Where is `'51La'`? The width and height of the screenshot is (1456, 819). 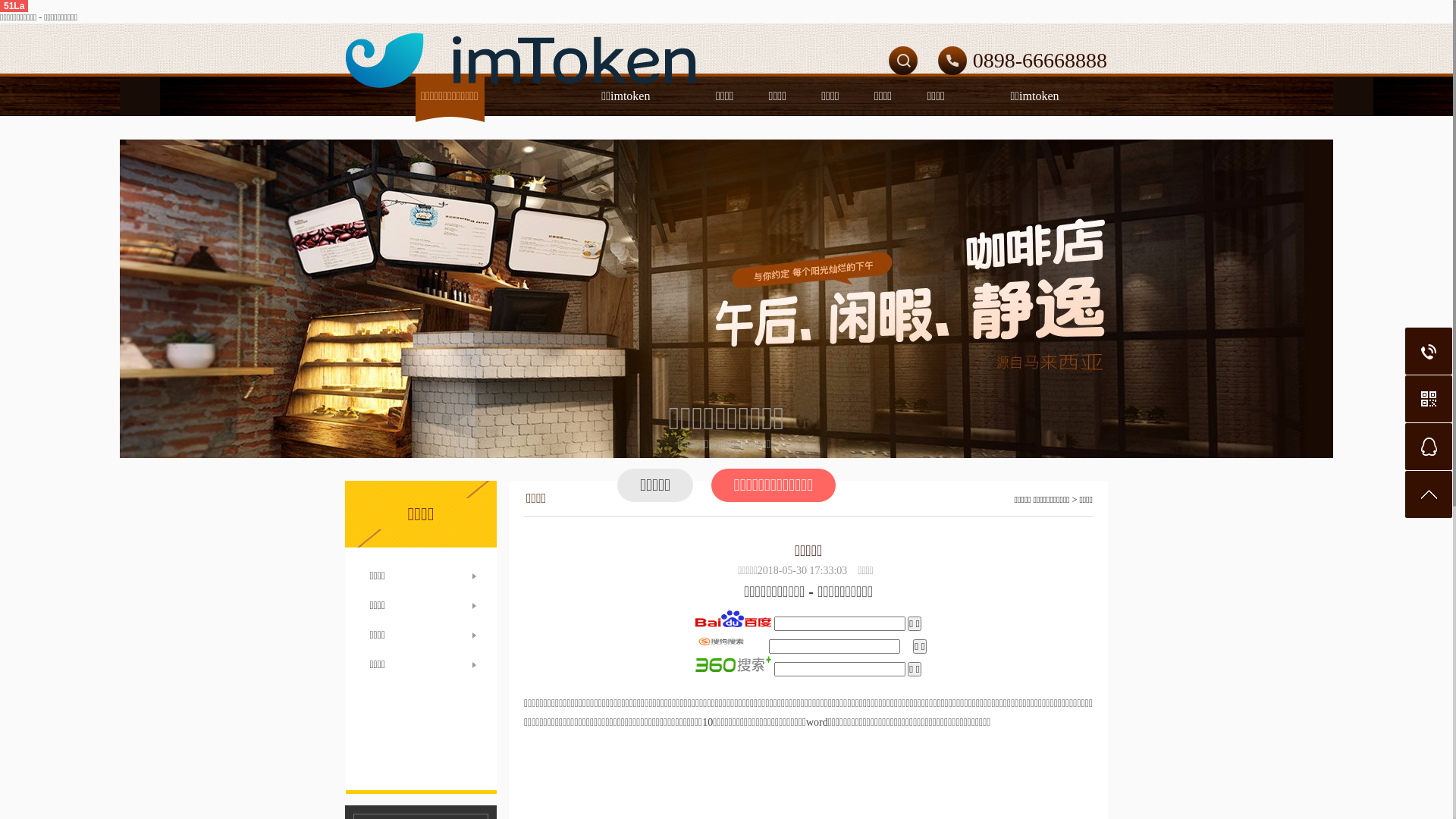 '51La' is located at coordinates (14, 5).